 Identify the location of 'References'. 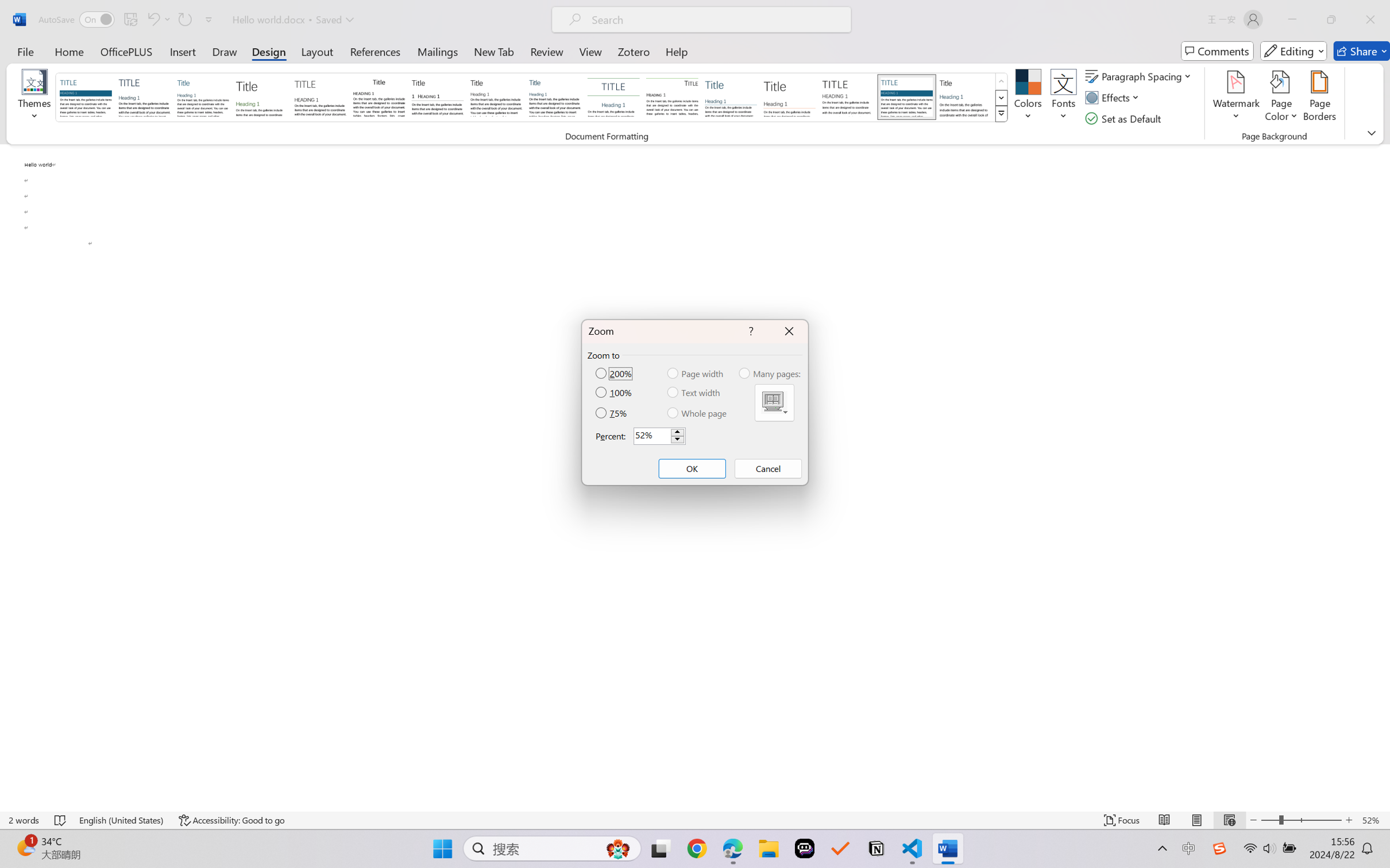
(375, 51).